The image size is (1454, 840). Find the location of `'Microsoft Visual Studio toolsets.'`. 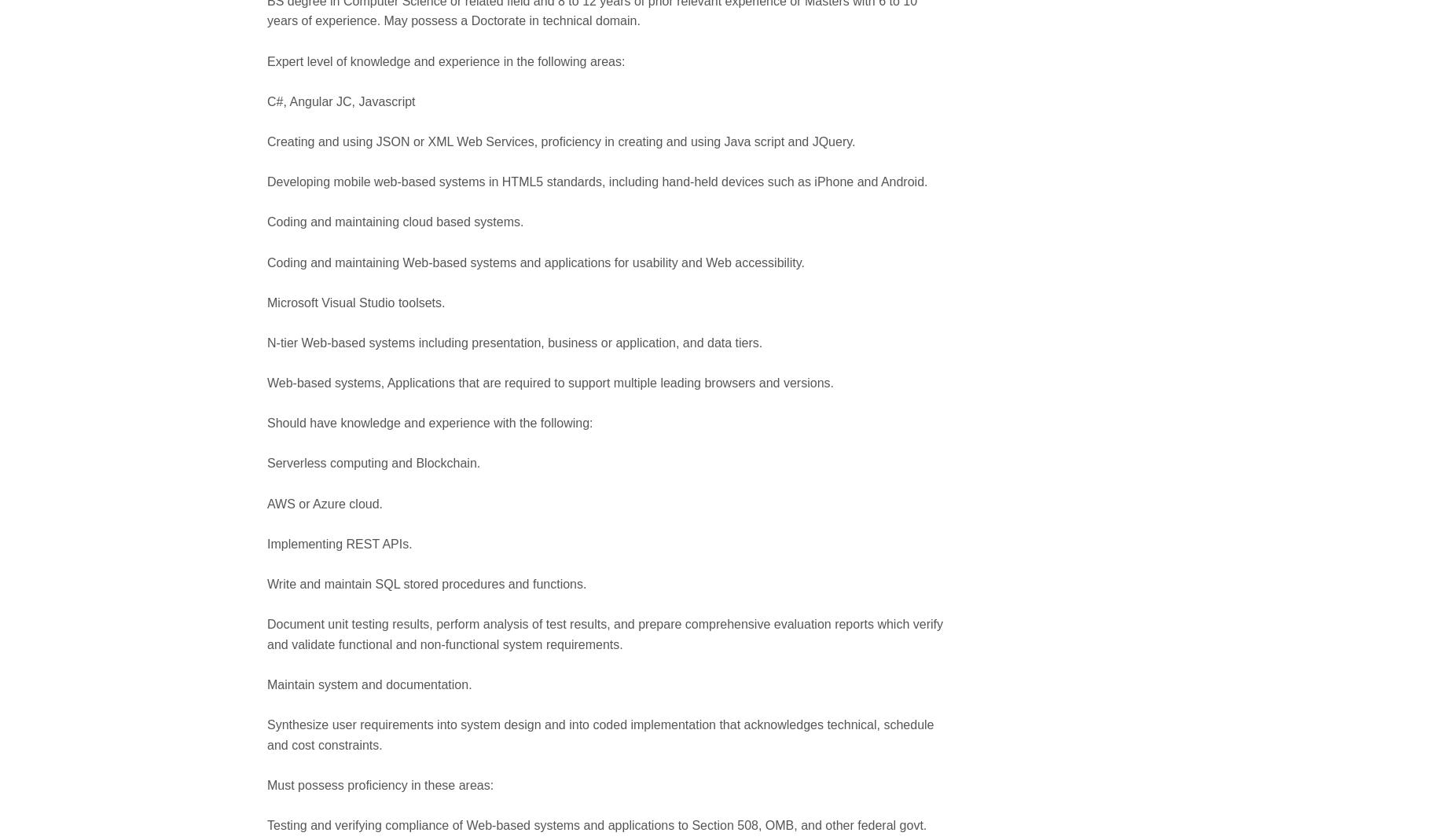

'Microsoft Visual Studio toolsets.' is located at coordinates (266, 302).